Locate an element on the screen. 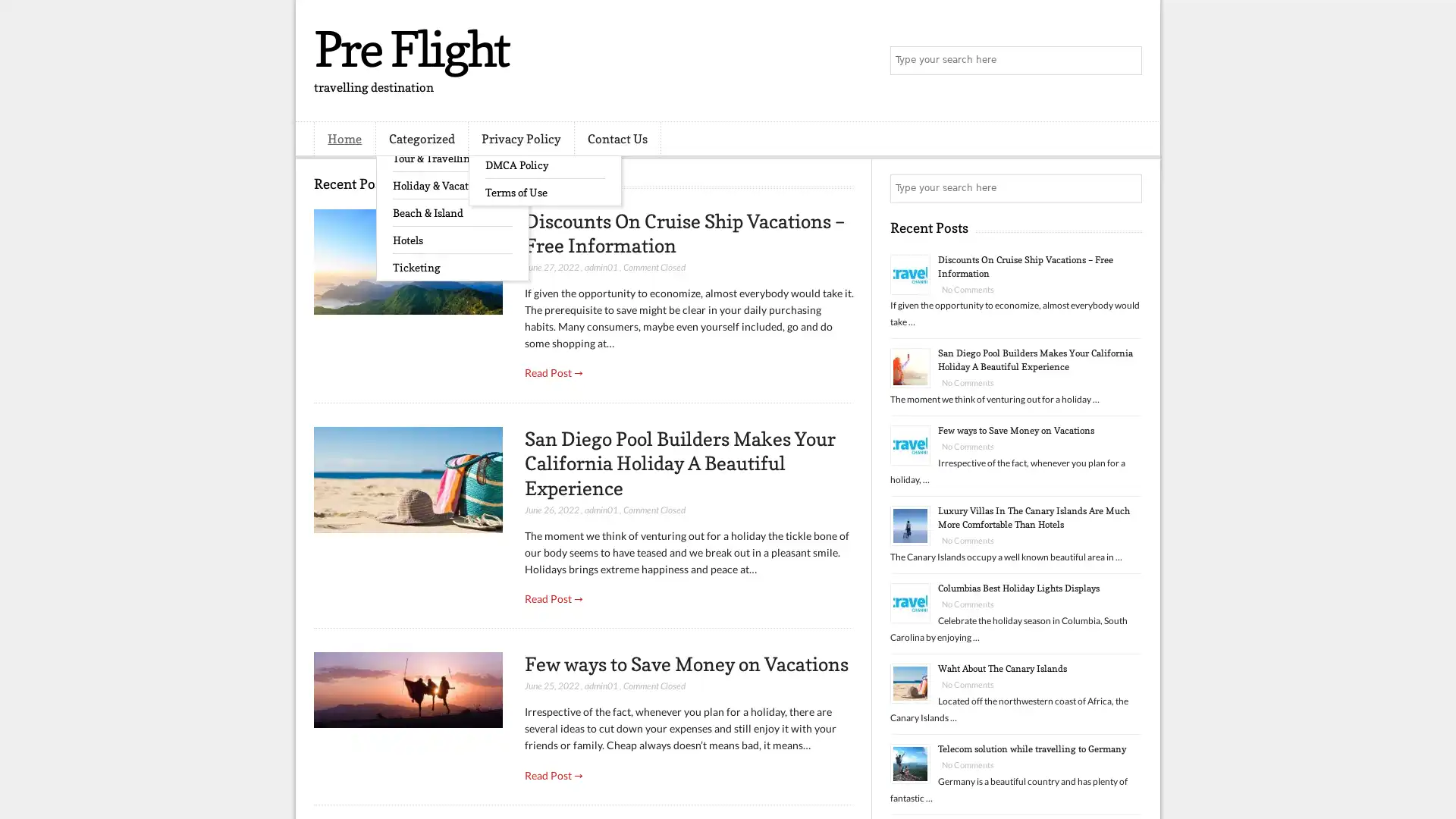 Image resolution: width=1456 pixels, height=819 pixels. Search is located at coordinates (1126, 188).